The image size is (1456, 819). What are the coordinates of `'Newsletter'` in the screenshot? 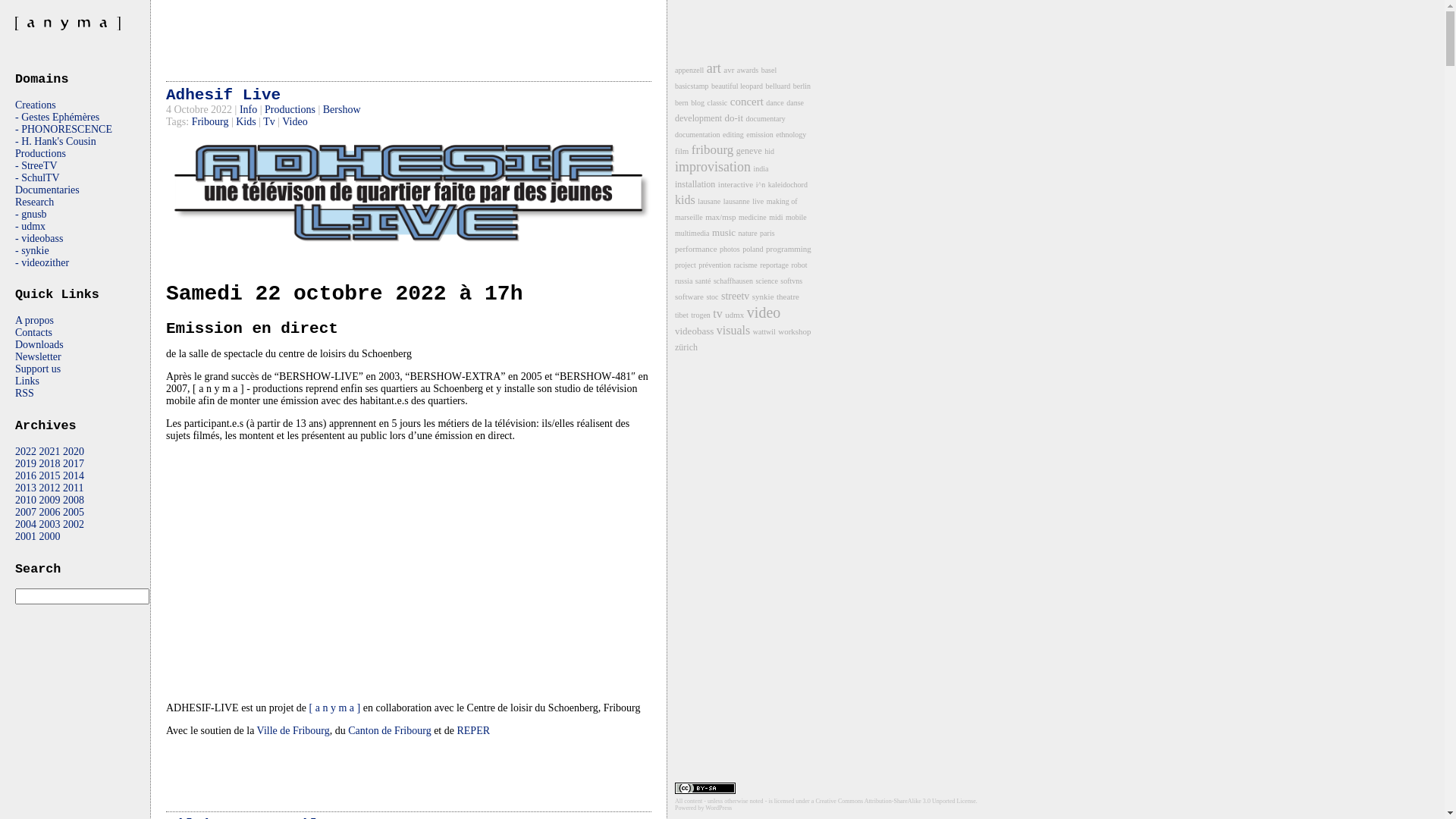 It's located at (38, 356).